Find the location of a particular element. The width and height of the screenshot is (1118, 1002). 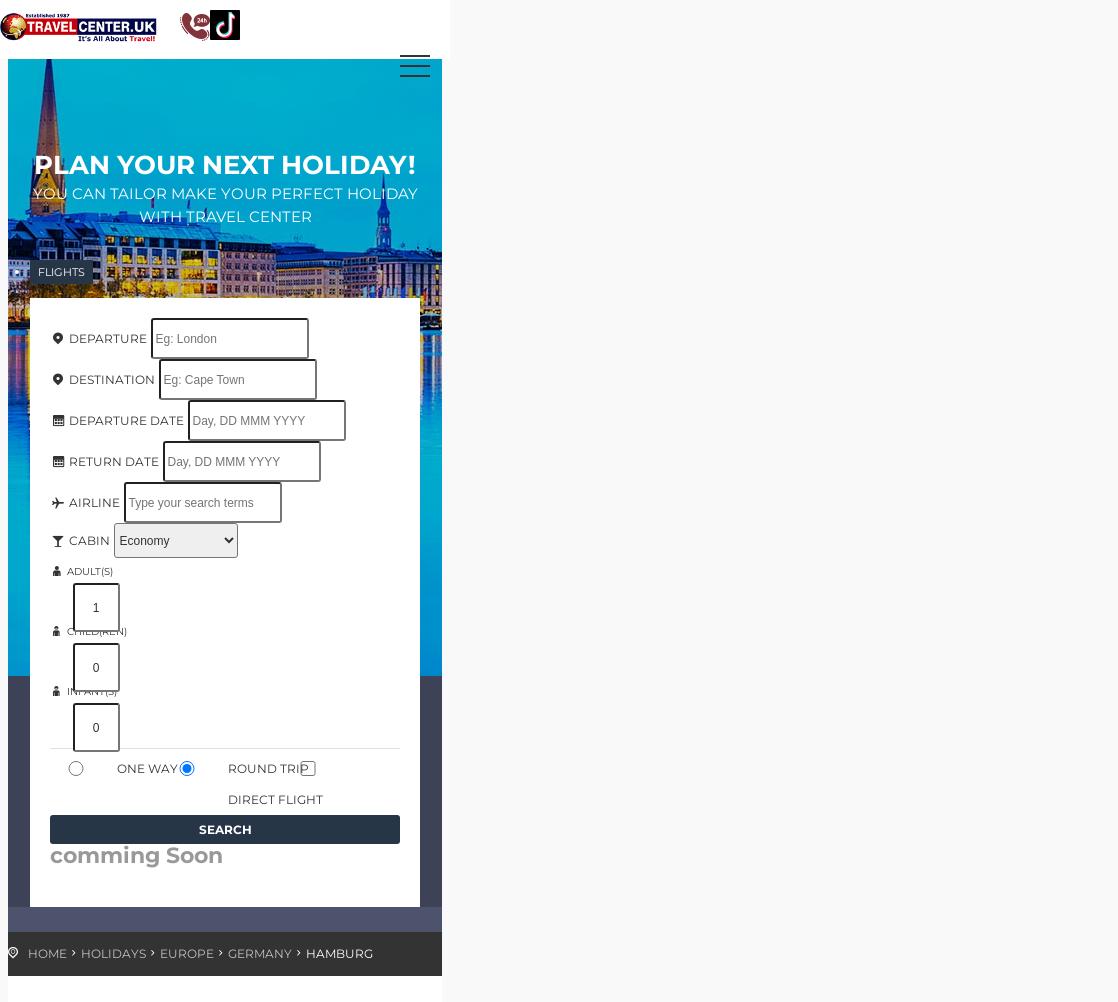

'Destination' is located at coordinates (110, 378).